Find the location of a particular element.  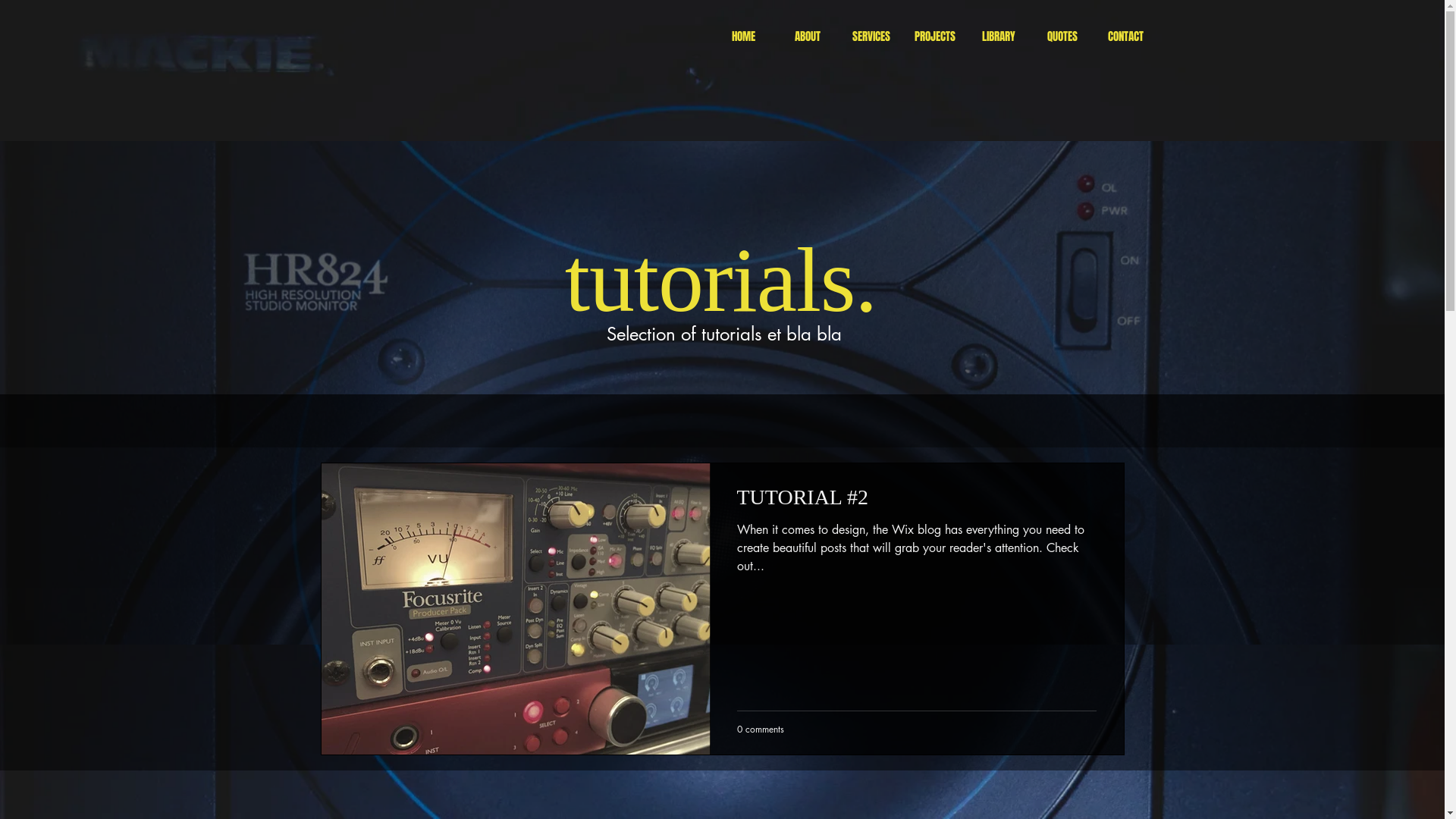

'HOME' is located at coordinates (710, 36).